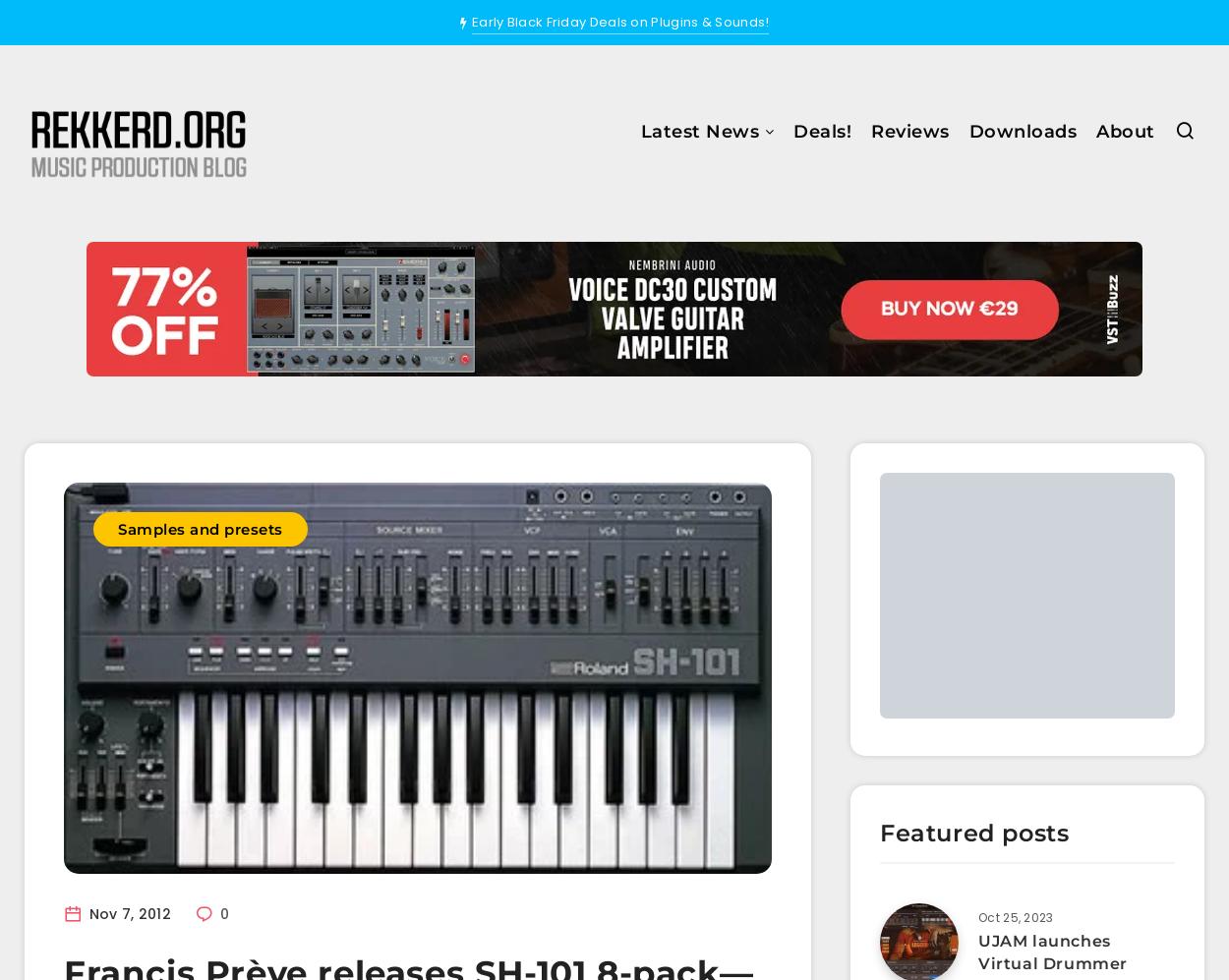  I want to click on 'Latest News', so click(698, 131).